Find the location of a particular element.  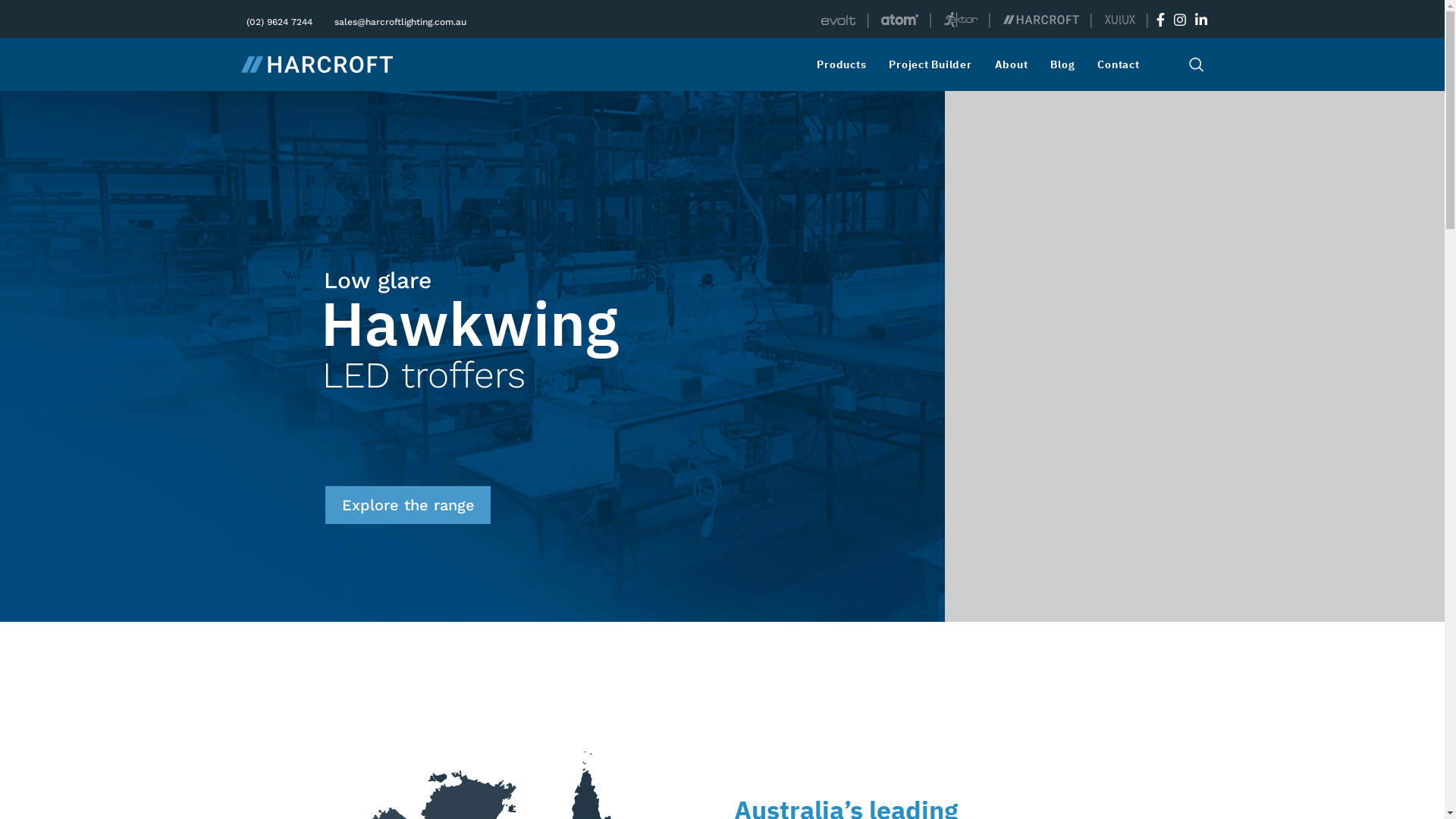

'Xulux Lighting' is located at coordinates (1103, 20).